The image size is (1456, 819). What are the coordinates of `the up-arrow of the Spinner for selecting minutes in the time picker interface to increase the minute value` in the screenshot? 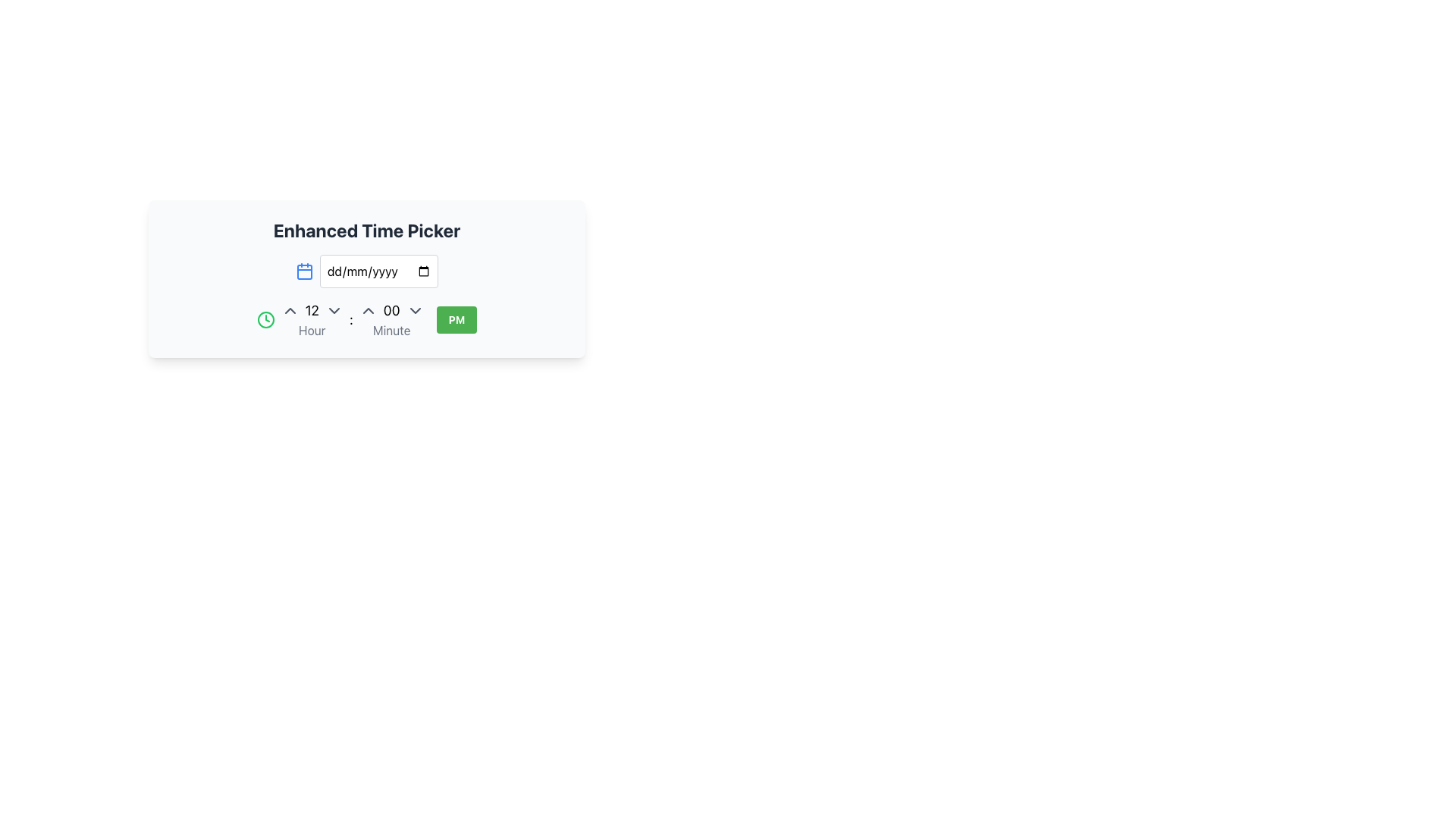 It's located at (391, 318).